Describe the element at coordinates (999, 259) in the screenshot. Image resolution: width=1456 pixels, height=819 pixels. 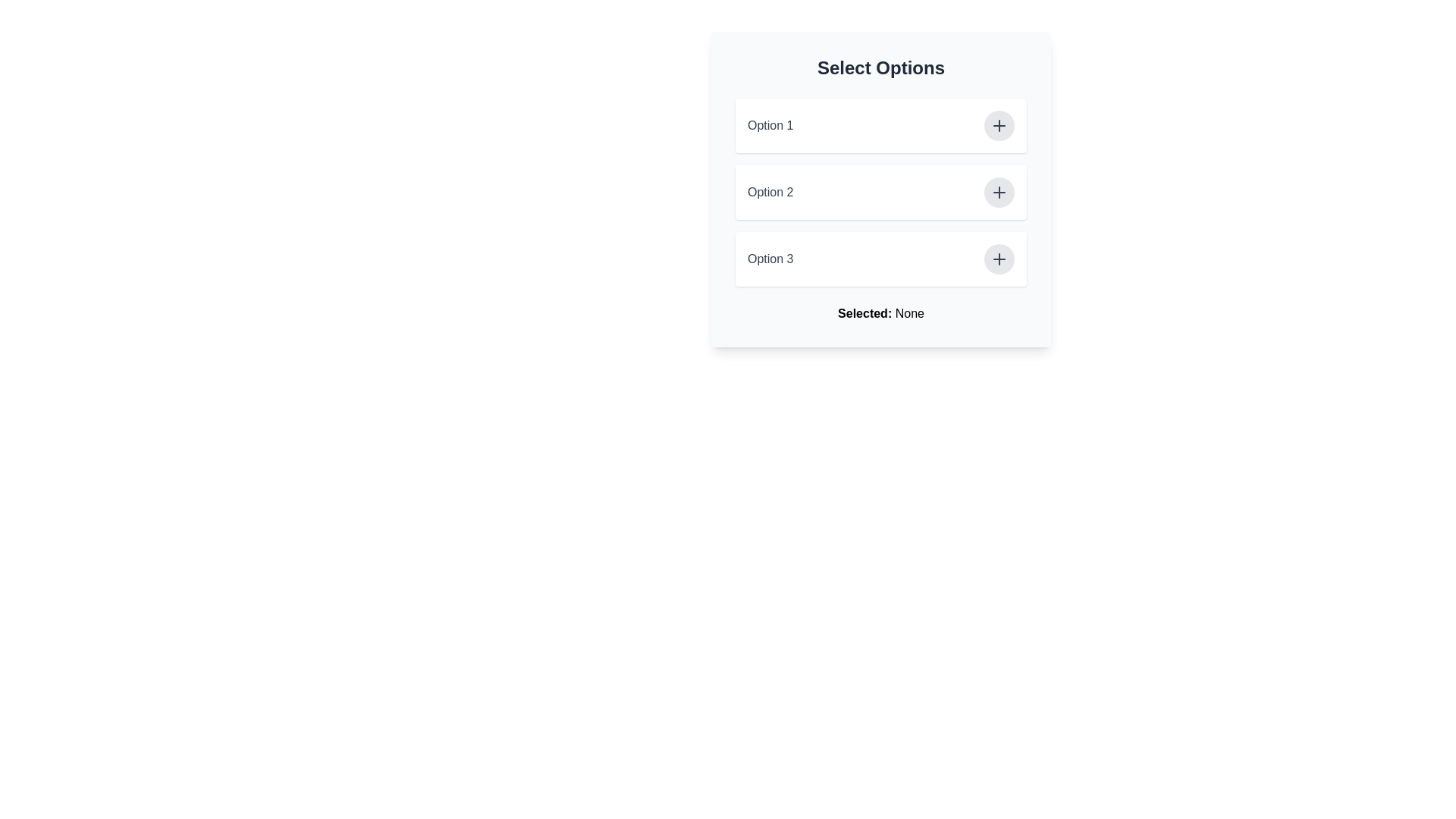
I see `the button labeled 'Option 3' located to the right of the text within the 'Select Options' section` at that location.